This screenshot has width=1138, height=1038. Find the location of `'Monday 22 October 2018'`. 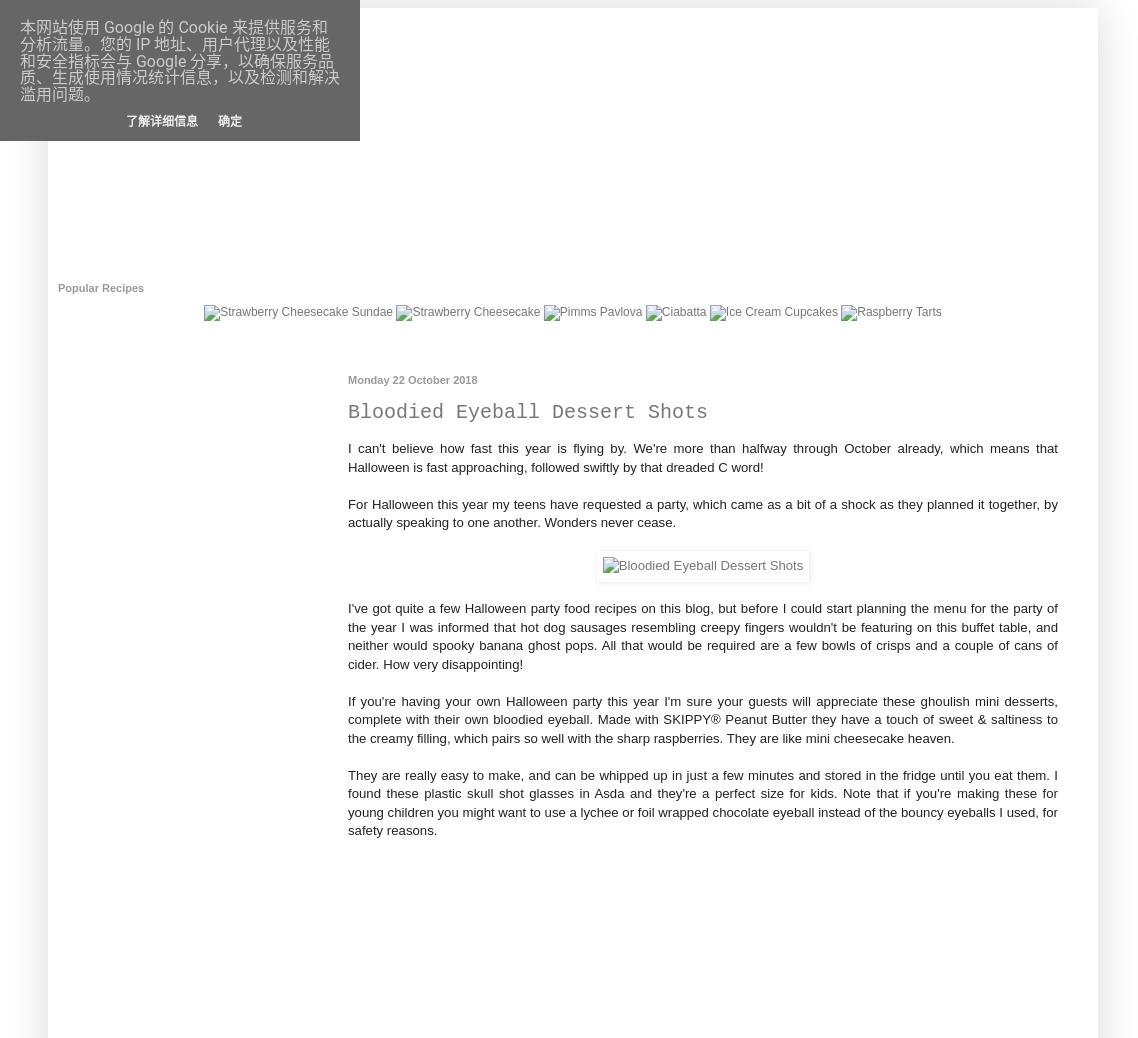

'Monday 22 October 2018' is located at coordinates (411, 380).